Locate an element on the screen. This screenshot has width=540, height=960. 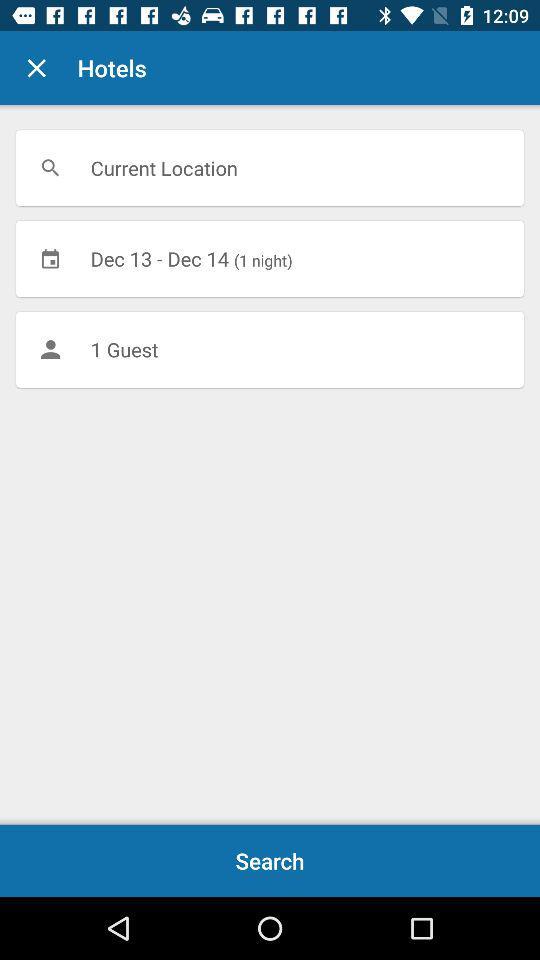
icon below current location is located at coordinates (270, 257).